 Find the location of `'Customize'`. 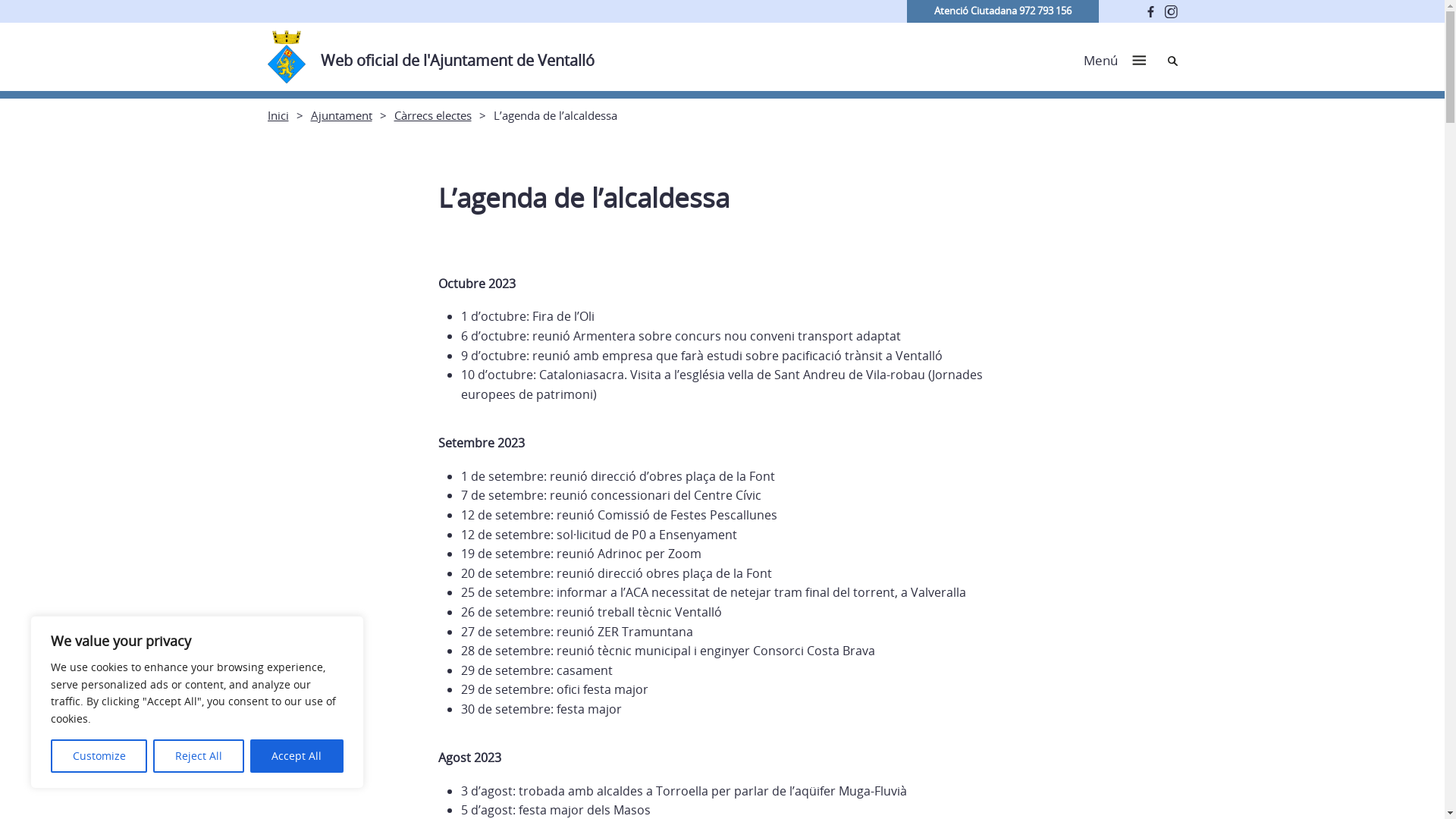

'Customize' is located at coordinates (98, 755).